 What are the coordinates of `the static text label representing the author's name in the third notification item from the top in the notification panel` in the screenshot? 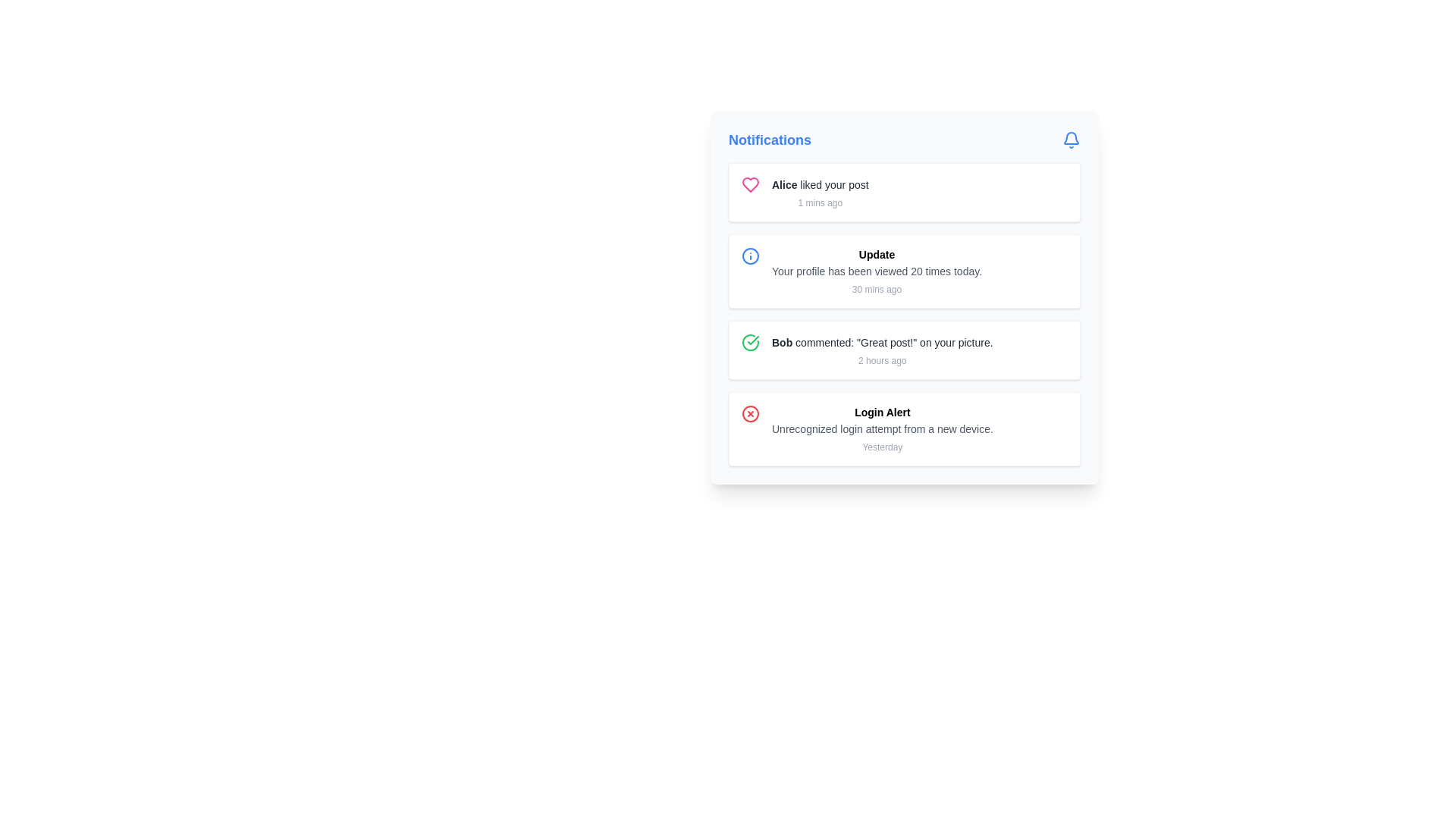 It's located at (782, 342).